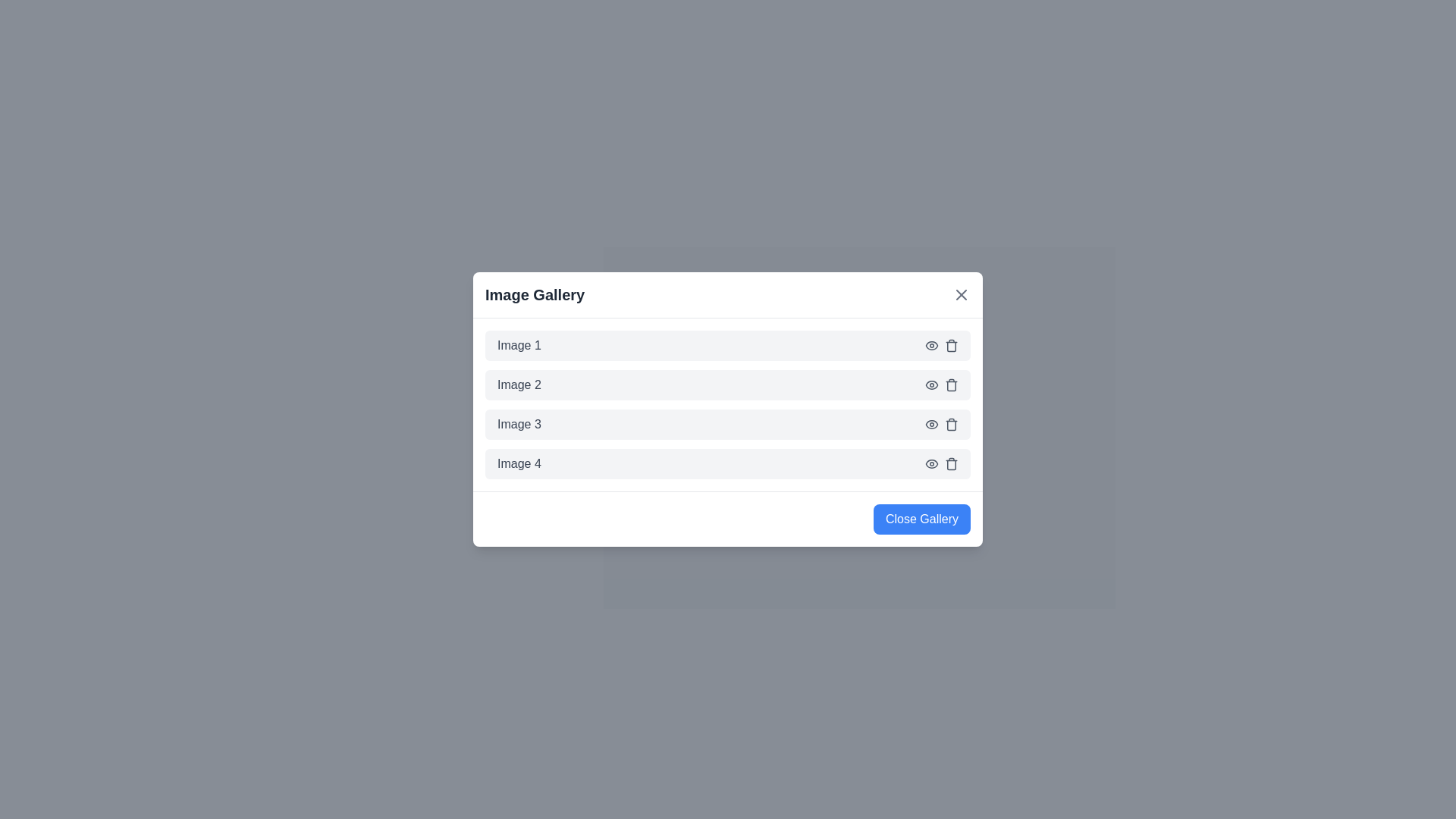  I want to click on the outer contour of the eye icon within the third row of the 'Image Gallery' modal dialog box, which indicates visibility toggle, so click(930, 424).